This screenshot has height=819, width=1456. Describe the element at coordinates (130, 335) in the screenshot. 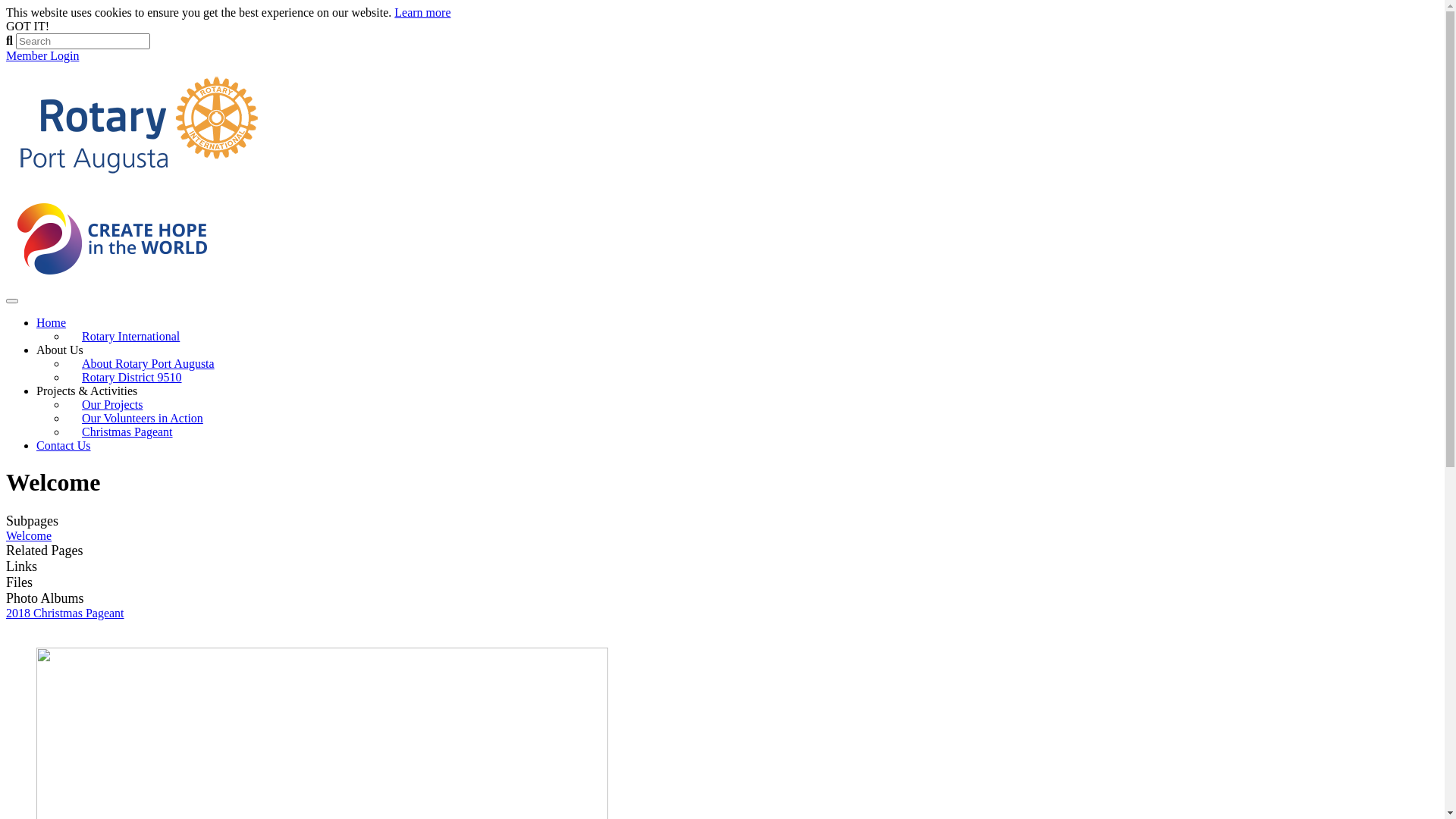

I see `'Rotary International'` at that location.